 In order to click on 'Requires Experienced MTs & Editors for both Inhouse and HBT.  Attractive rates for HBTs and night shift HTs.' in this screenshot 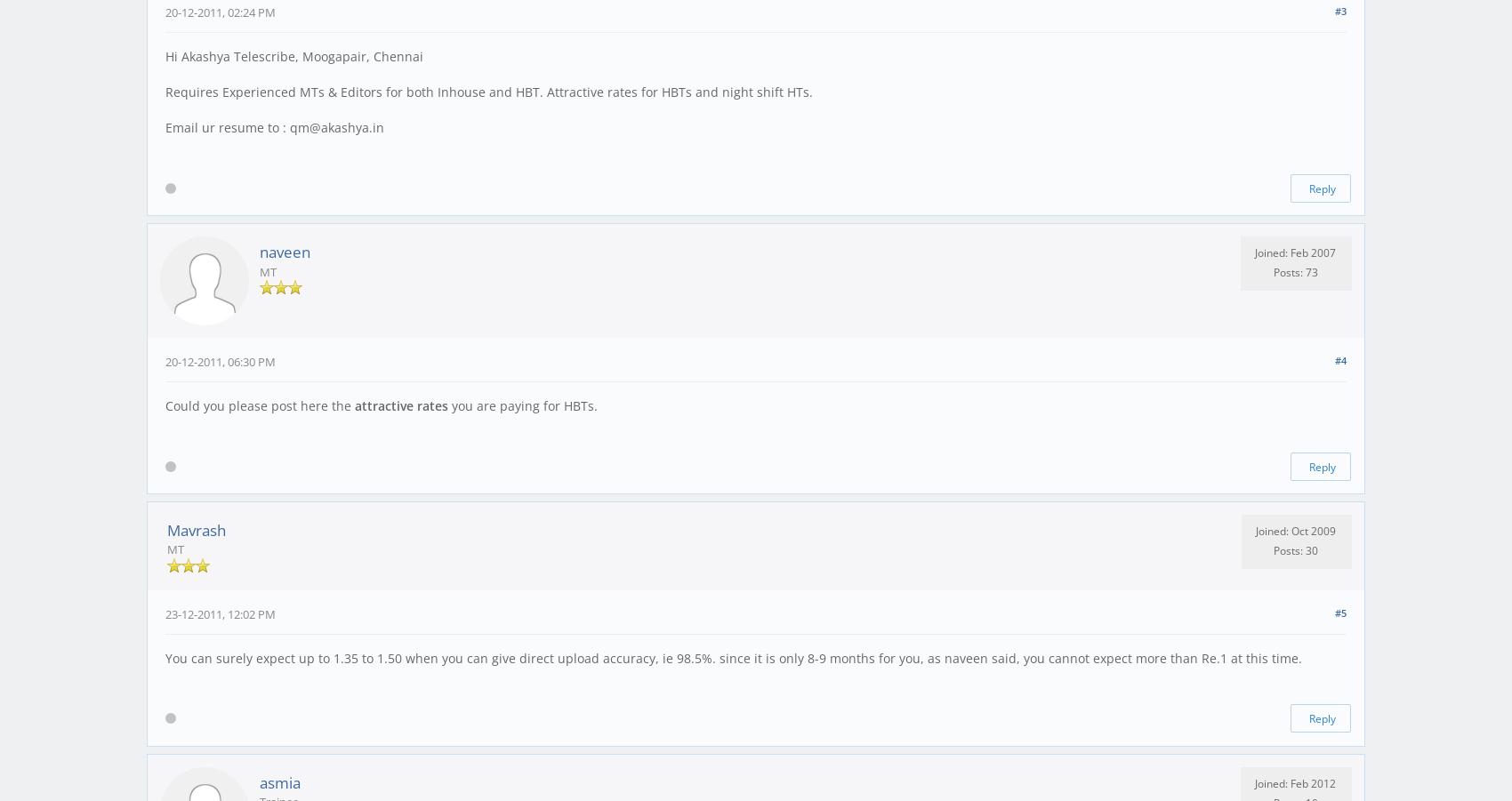, I will do `click(487, 92)`.